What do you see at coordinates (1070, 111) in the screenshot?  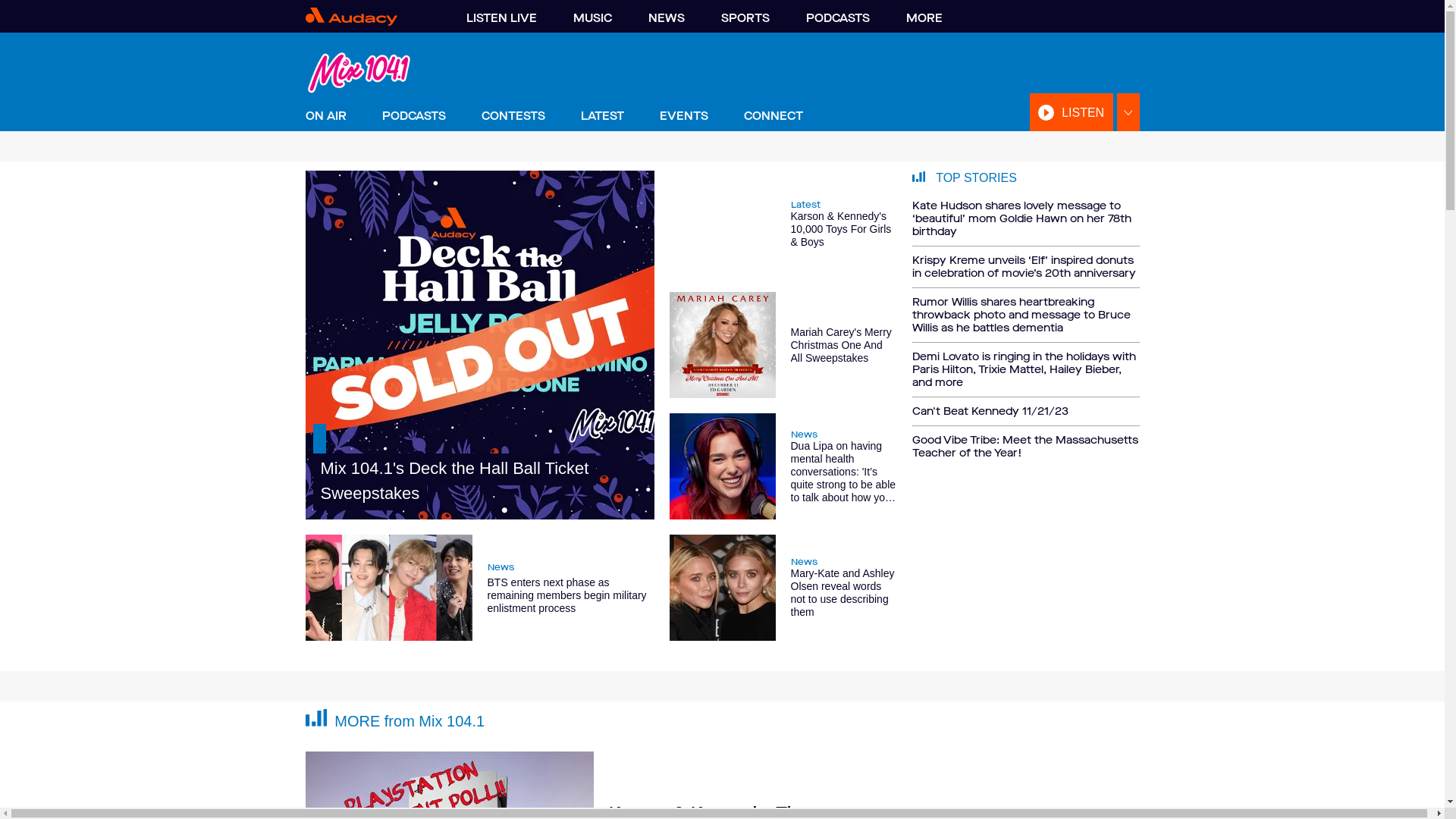 I see `'LISTEN'` at bounding box center [1070, 111].